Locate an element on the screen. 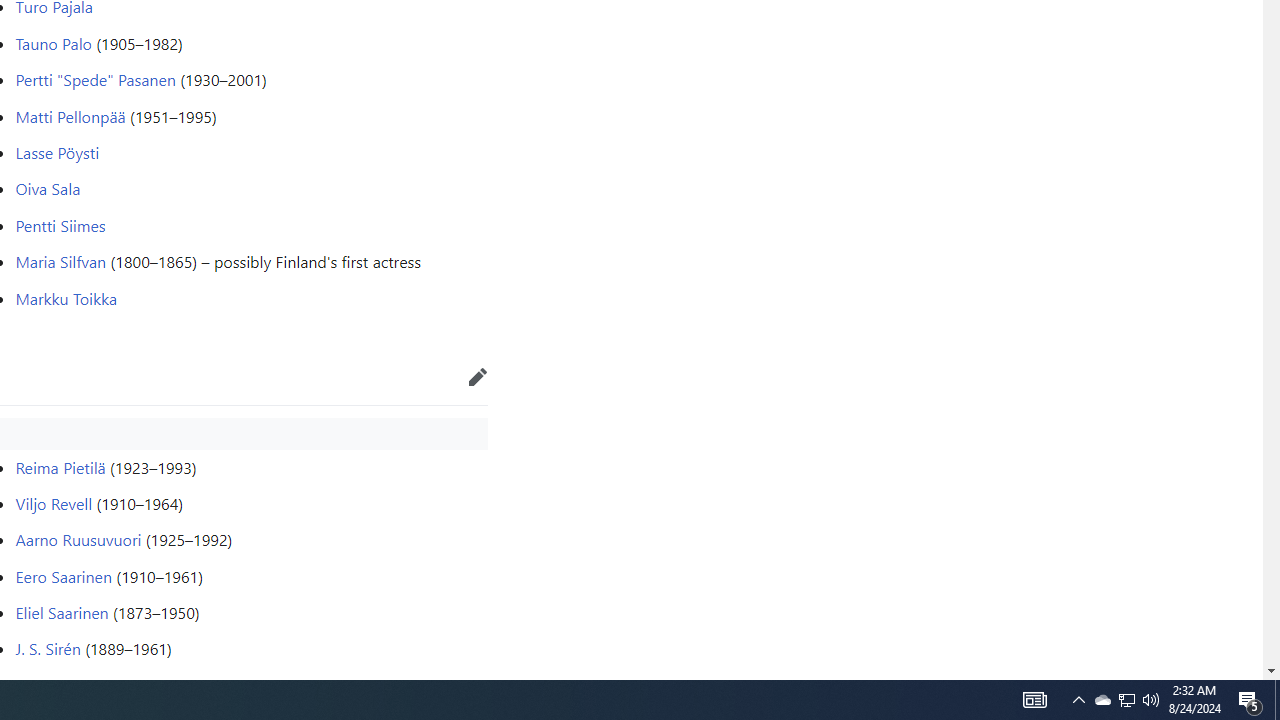  'Eliel Saarinen' is located at coordinates (62, 612).